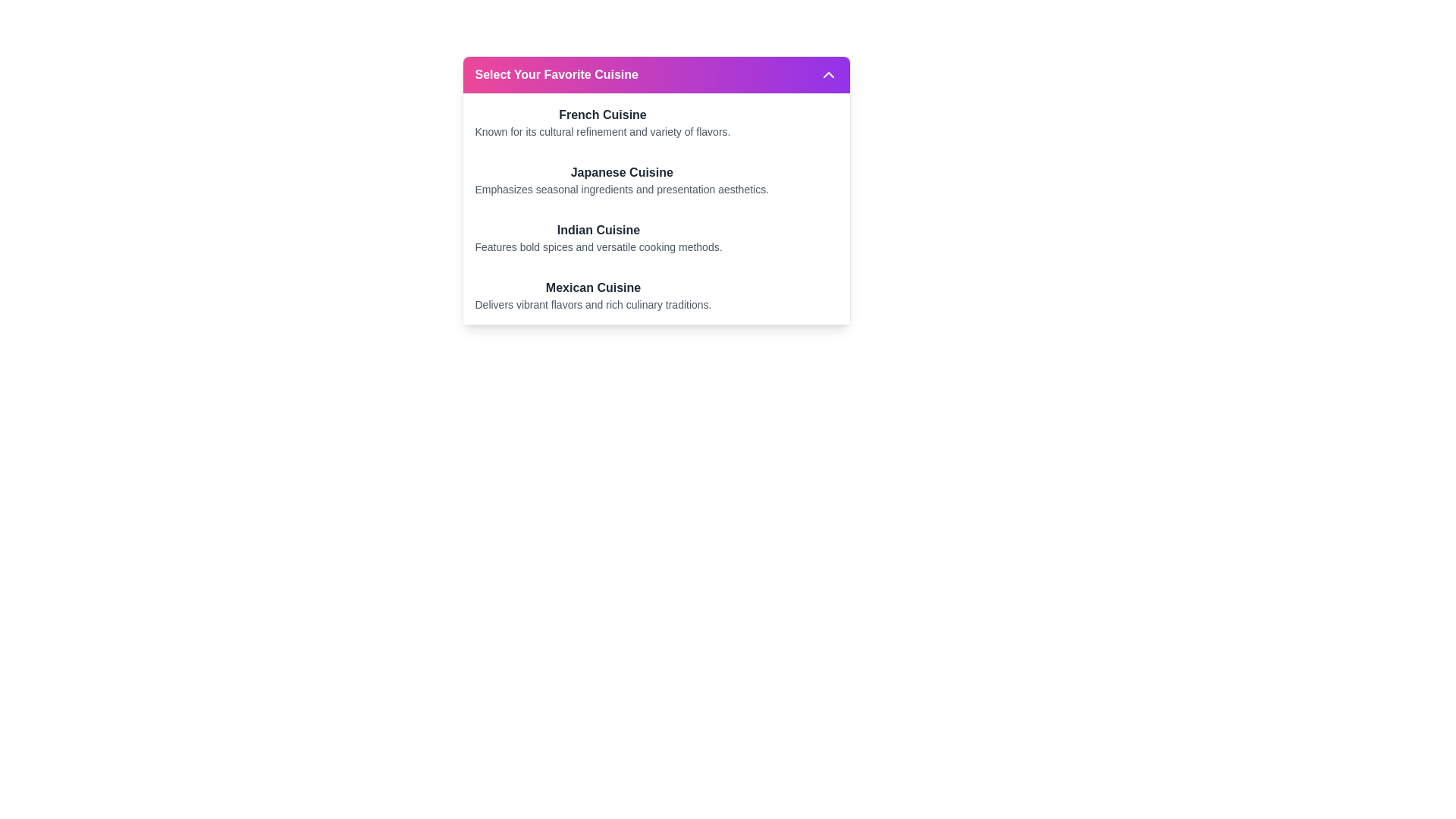 This screenshot has height=819, width=1456. Describe the element at coordinates (622, 189) in the screenshot. I see `the static text label that describes 'Japanese Cuisine', which emphasizes seasonal ingredients and presentation aesthetics` at that location.